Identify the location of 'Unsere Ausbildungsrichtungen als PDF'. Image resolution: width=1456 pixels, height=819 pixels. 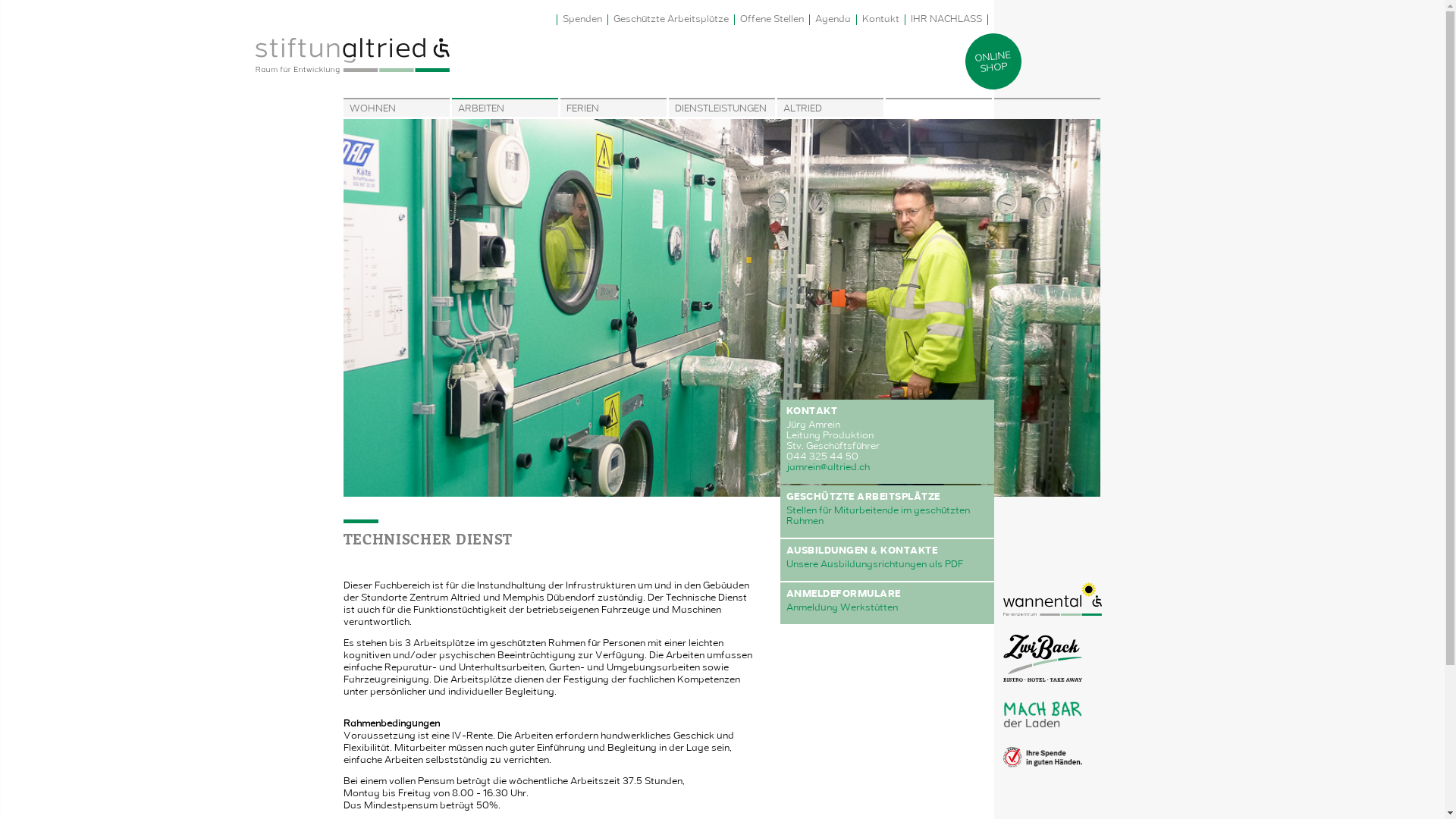
(874, 564).